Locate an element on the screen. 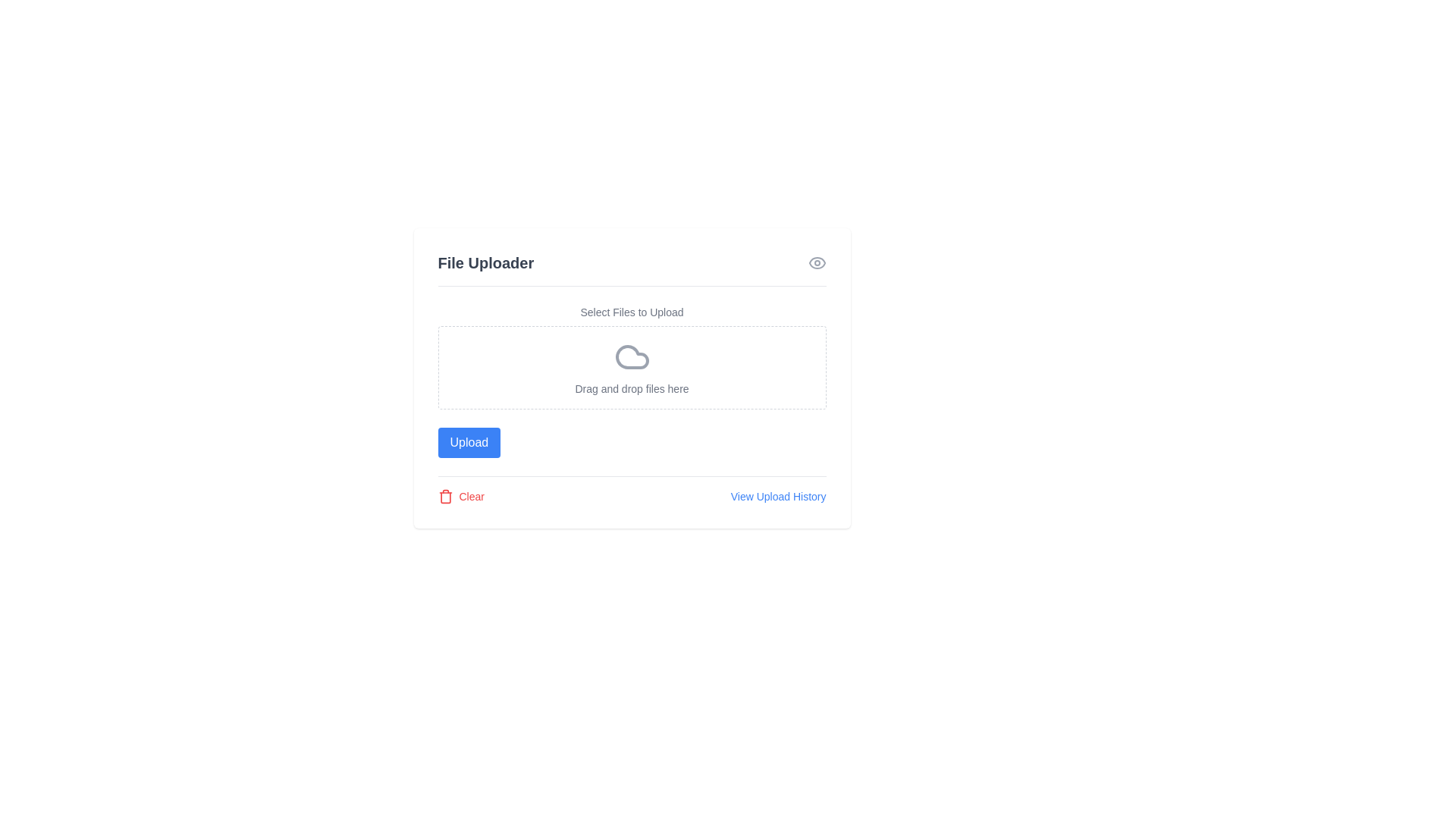 This screenshot has height=819, width=1456. the text element that says 'Drag and drop files here', which is styled in a smaller gray font and is located below the cloud icon in the file upload zone is located at coordinates (632, 388).